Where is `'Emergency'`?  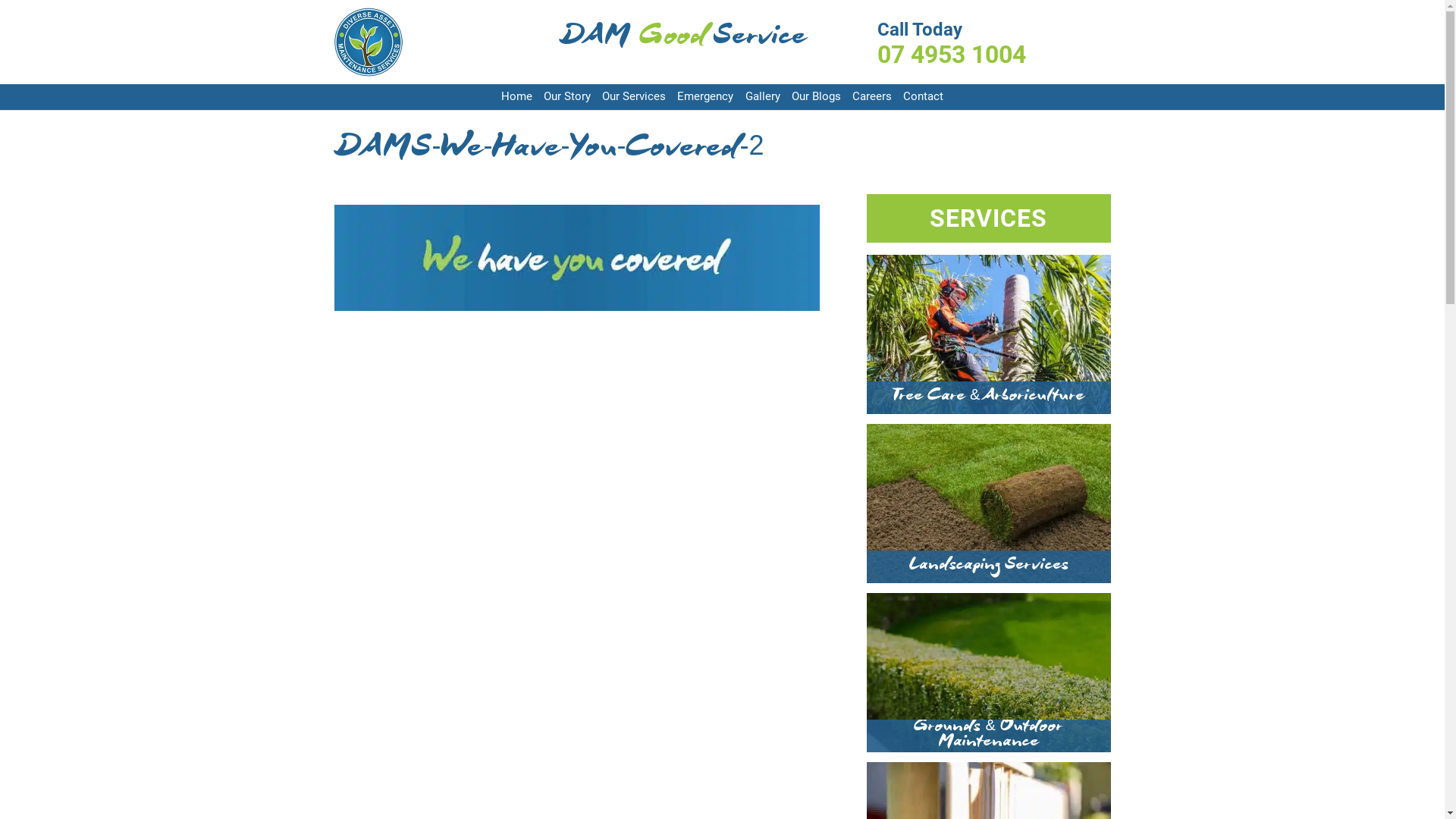 'Emergency' is located at coordinates (704, 97).